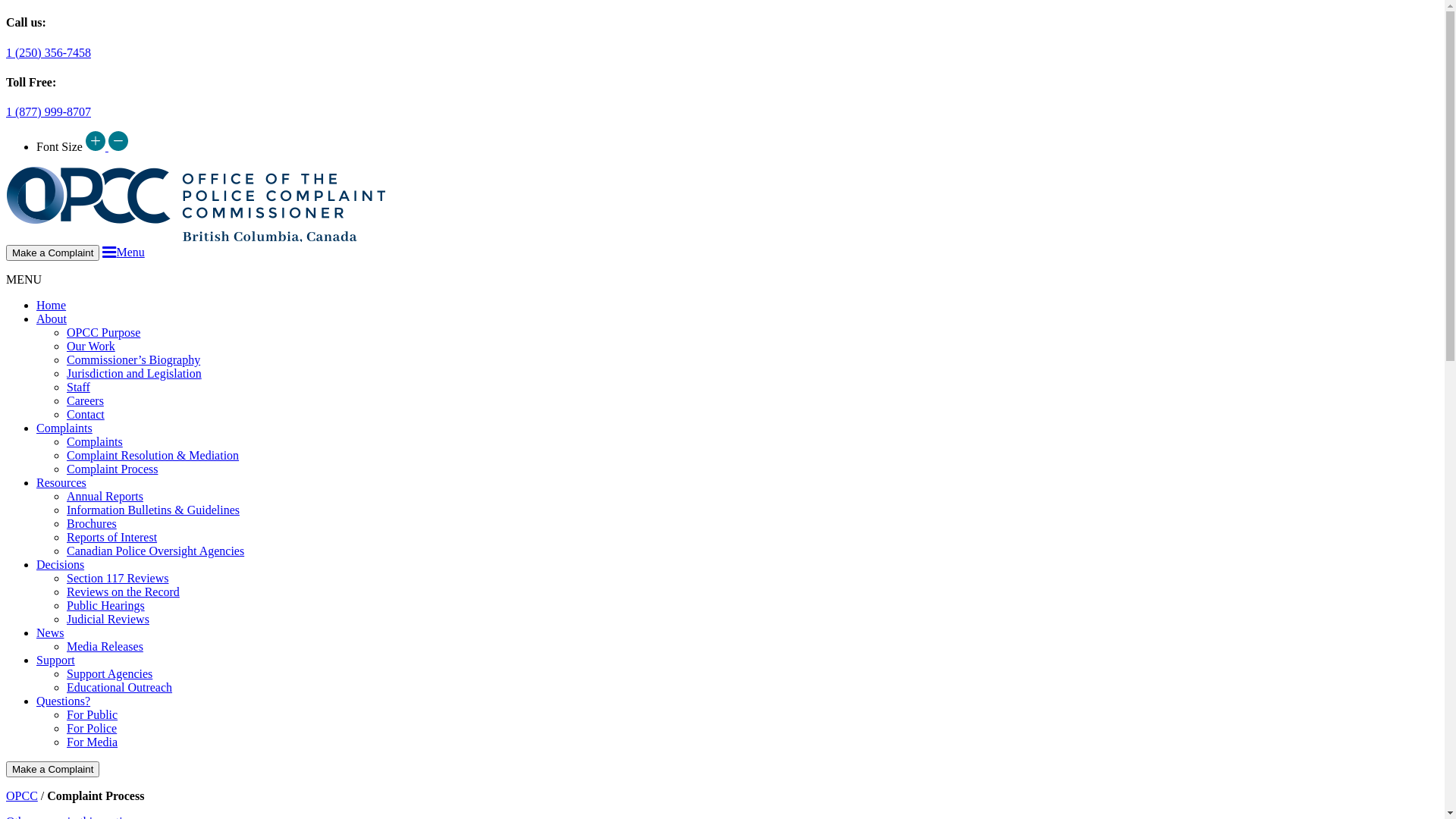 Image resolution: width=1456 pixels, height=819 pixels. I want to click on 'Complaints', so click(64, 428).